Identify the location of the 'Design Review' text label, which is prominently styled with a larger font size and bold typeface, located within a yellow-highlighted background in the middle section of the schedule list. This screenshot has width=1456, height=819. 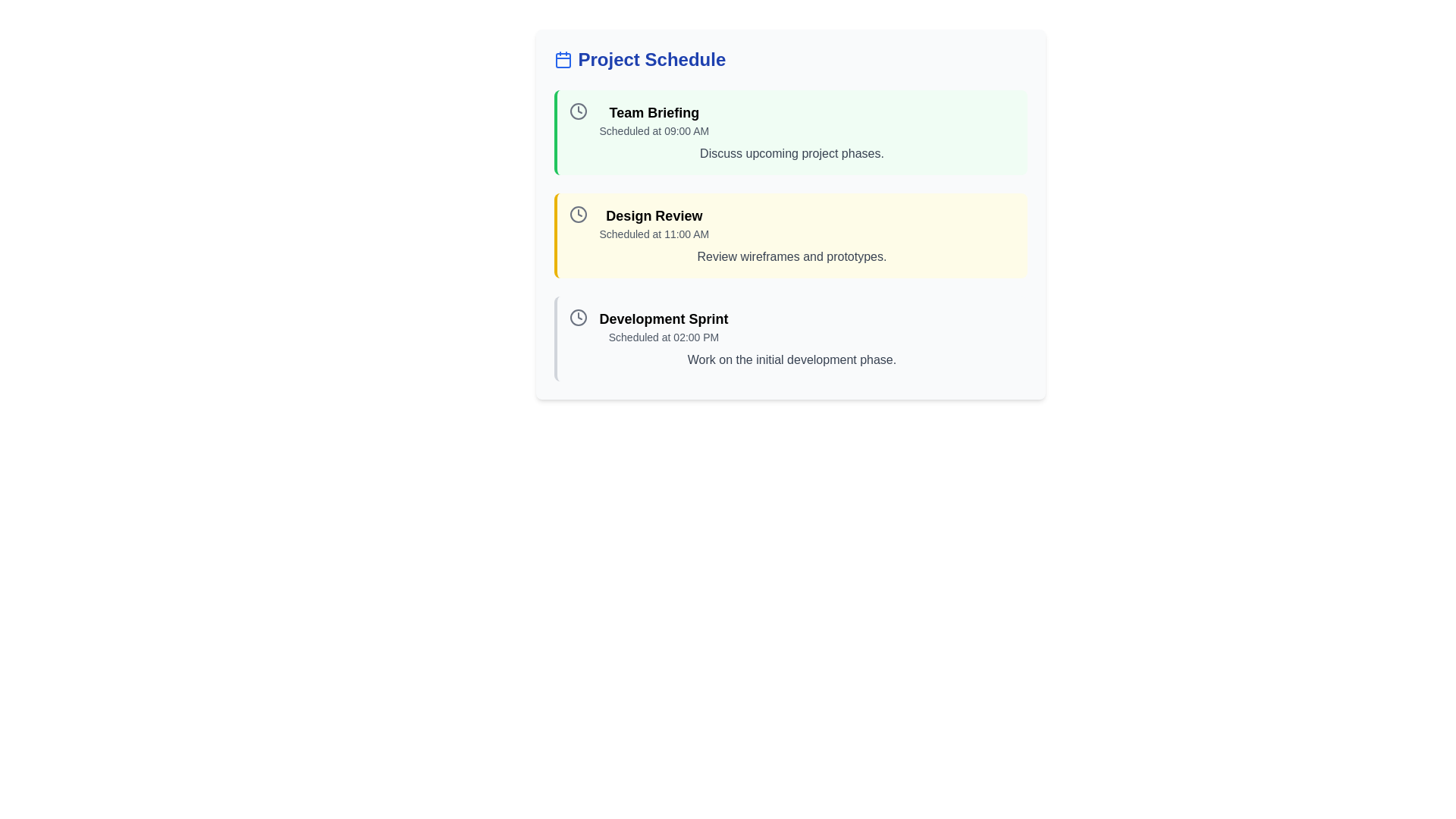
(654, 216).